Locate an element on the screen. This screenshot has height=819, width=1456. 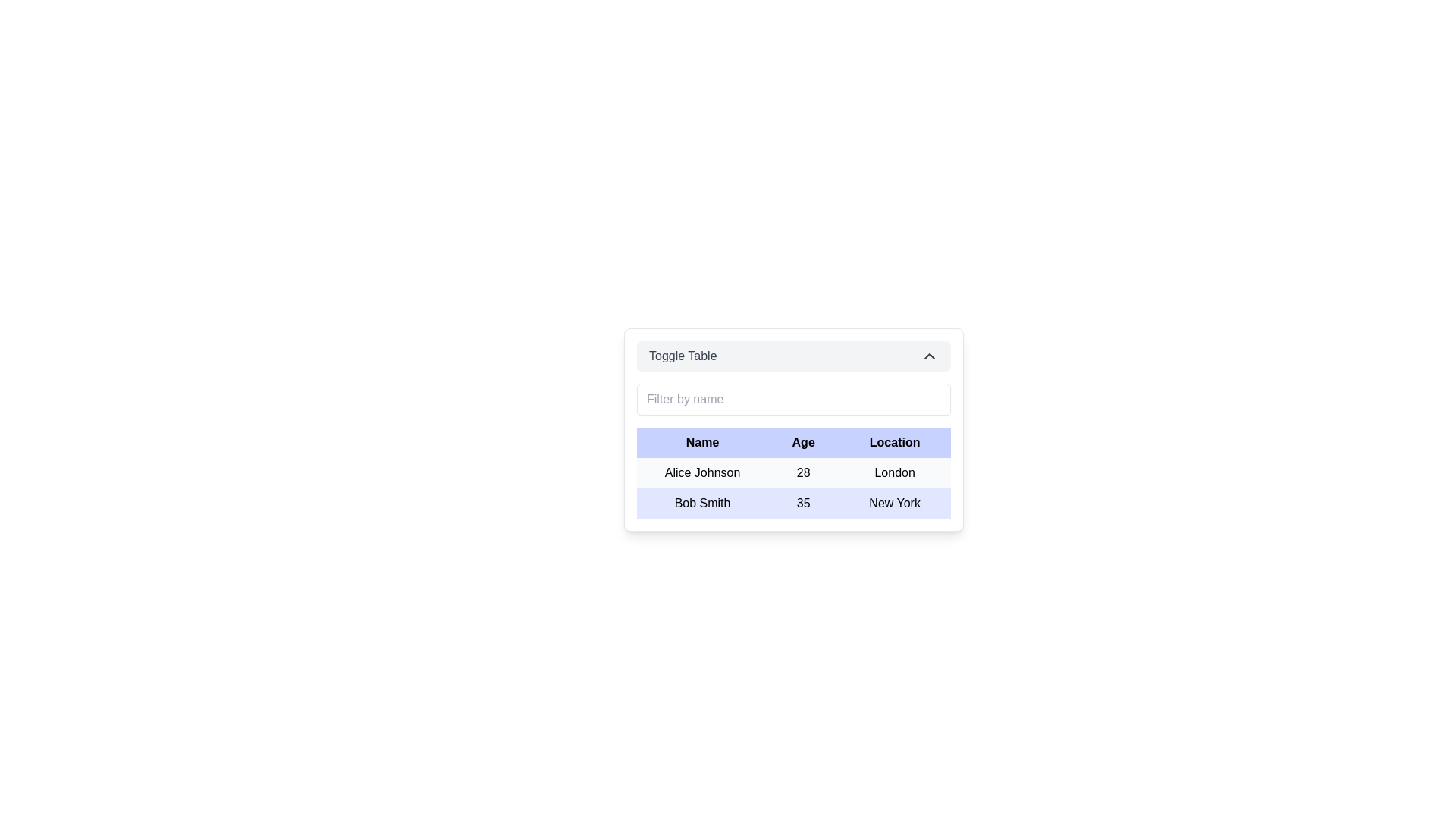
the toggle button located above the input field and table is located at coordinates (792, 356).